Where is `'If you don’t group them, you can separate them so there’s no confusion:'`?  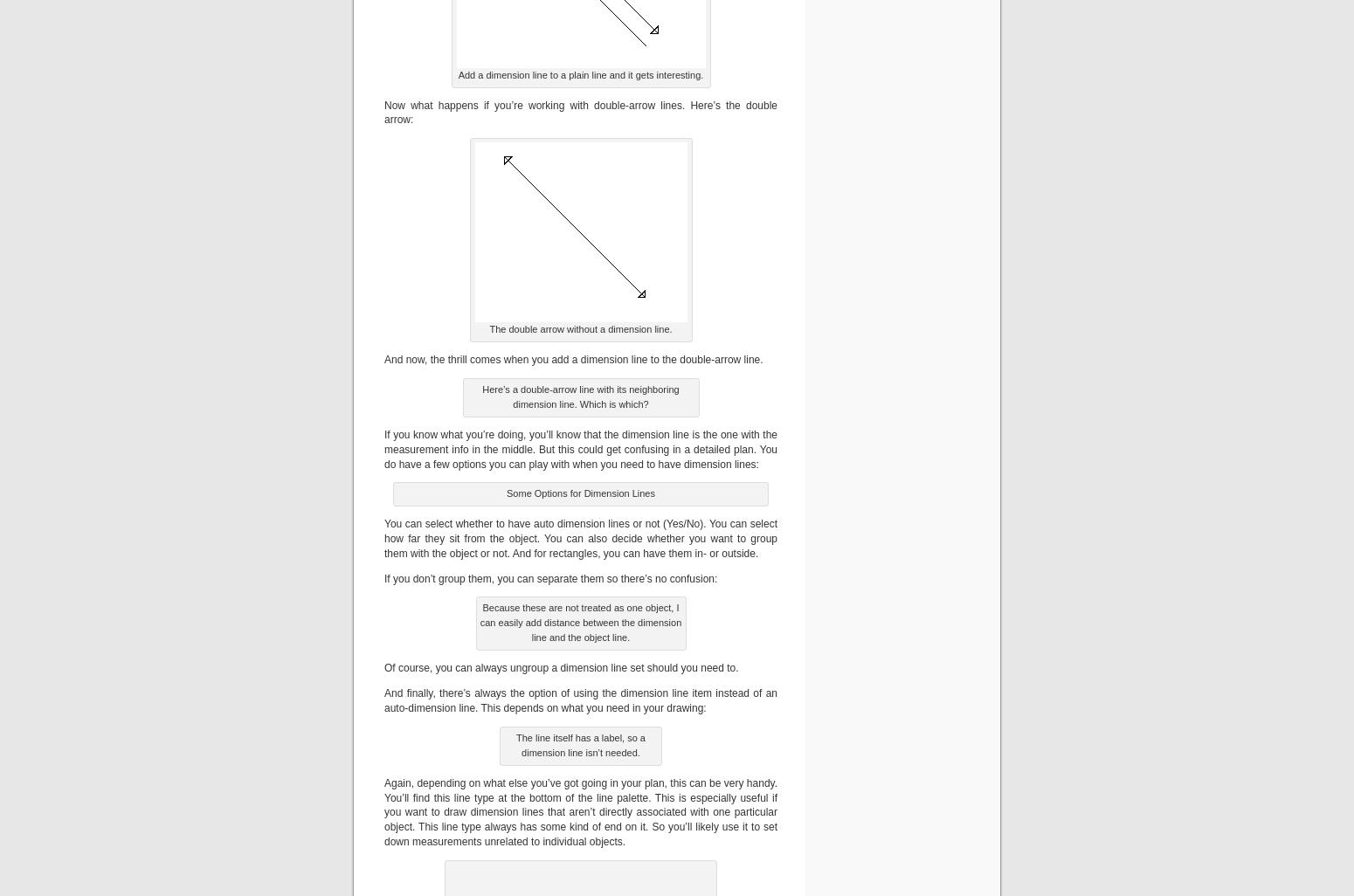 'If you don’t group them, you can separate them so there’s no confusion:' is located at coordinates (549, 577).